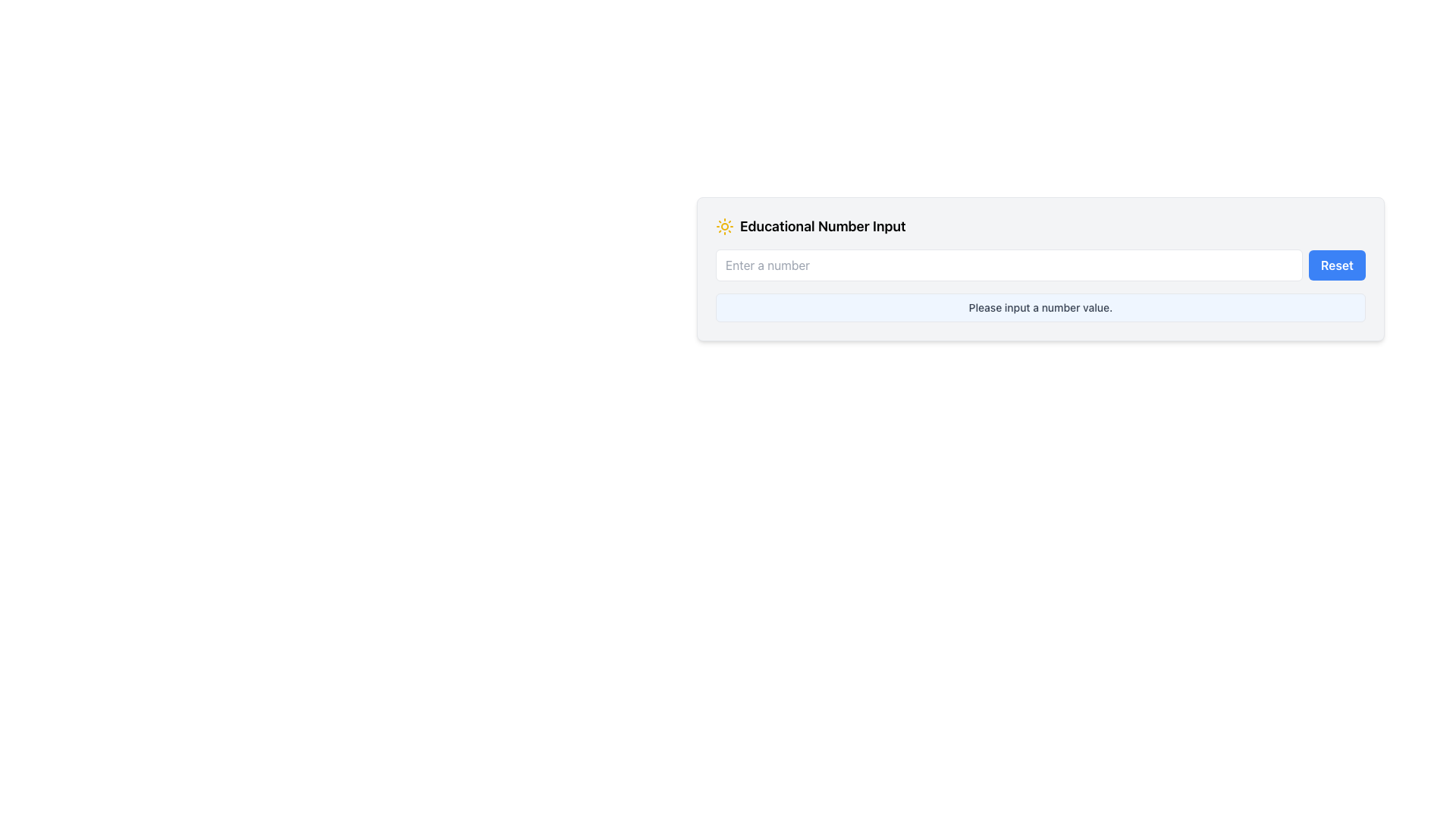 Image resolution: width=1456 pixels, height=819 pixels. I want to click on the decorative icon representing the 'Educational Number Input' component, which is positioned to the left of the text, so click(723, 227).